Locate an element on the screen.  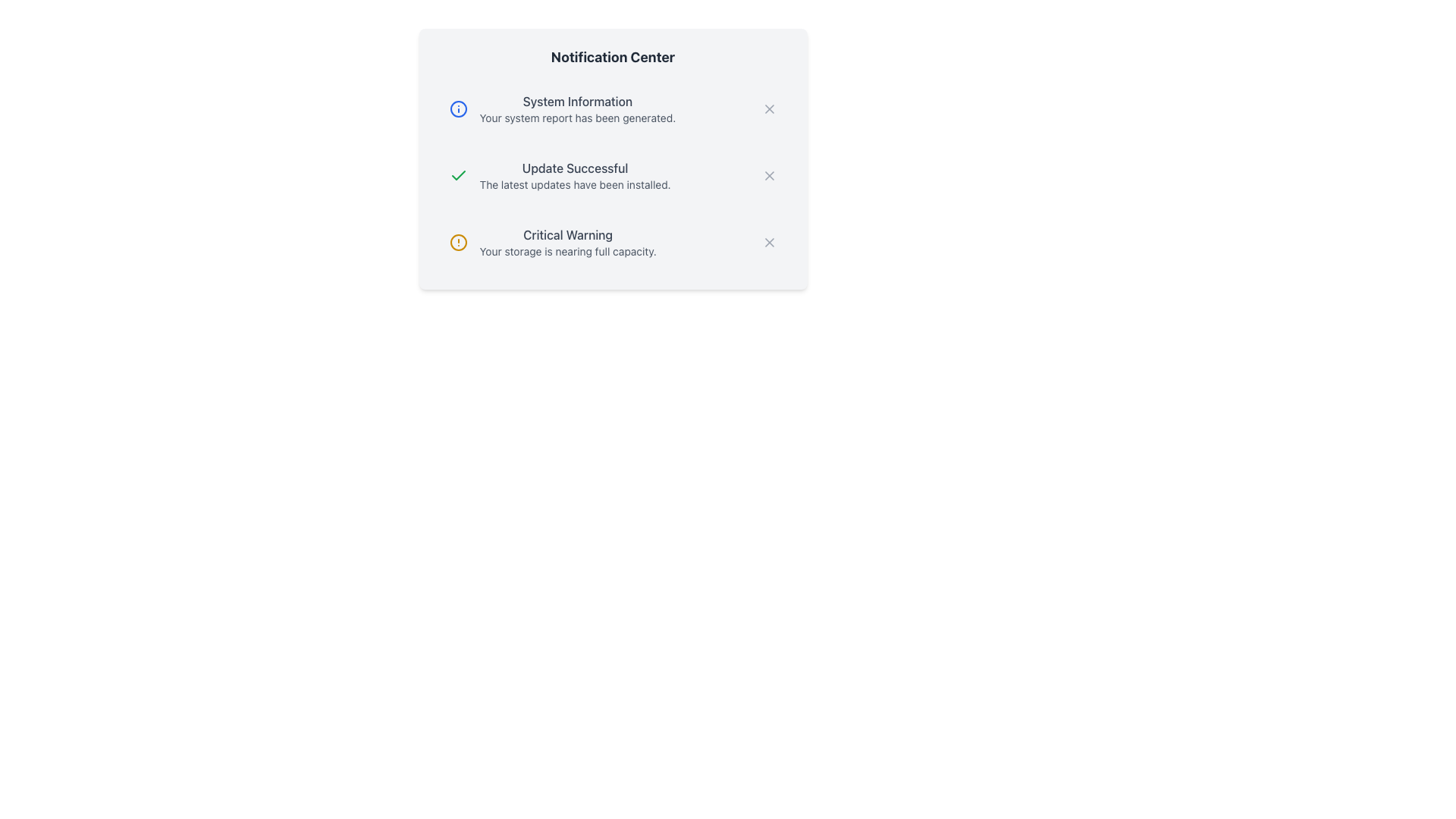
the 'X'-shaped button at the far-right end of the row containing the 'Critical Warning' message is located at coordinates (769, 242).